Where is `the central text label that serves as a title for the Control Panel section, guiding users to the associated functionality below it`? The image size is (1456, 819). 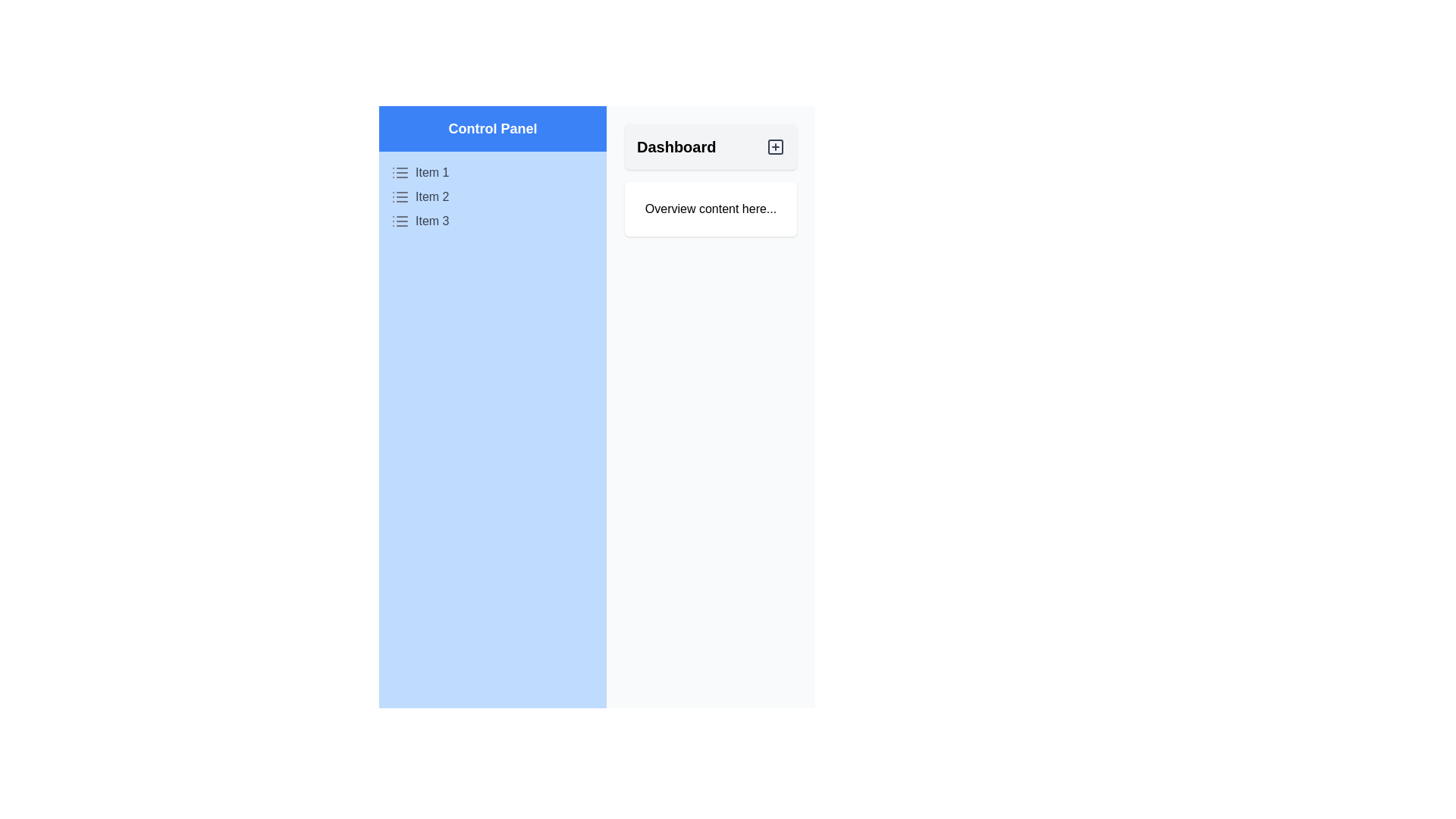 the central text label that serves as a title for the Control Panel section, guiding users to the associated functionality below it is located at coordinates (492, 127).